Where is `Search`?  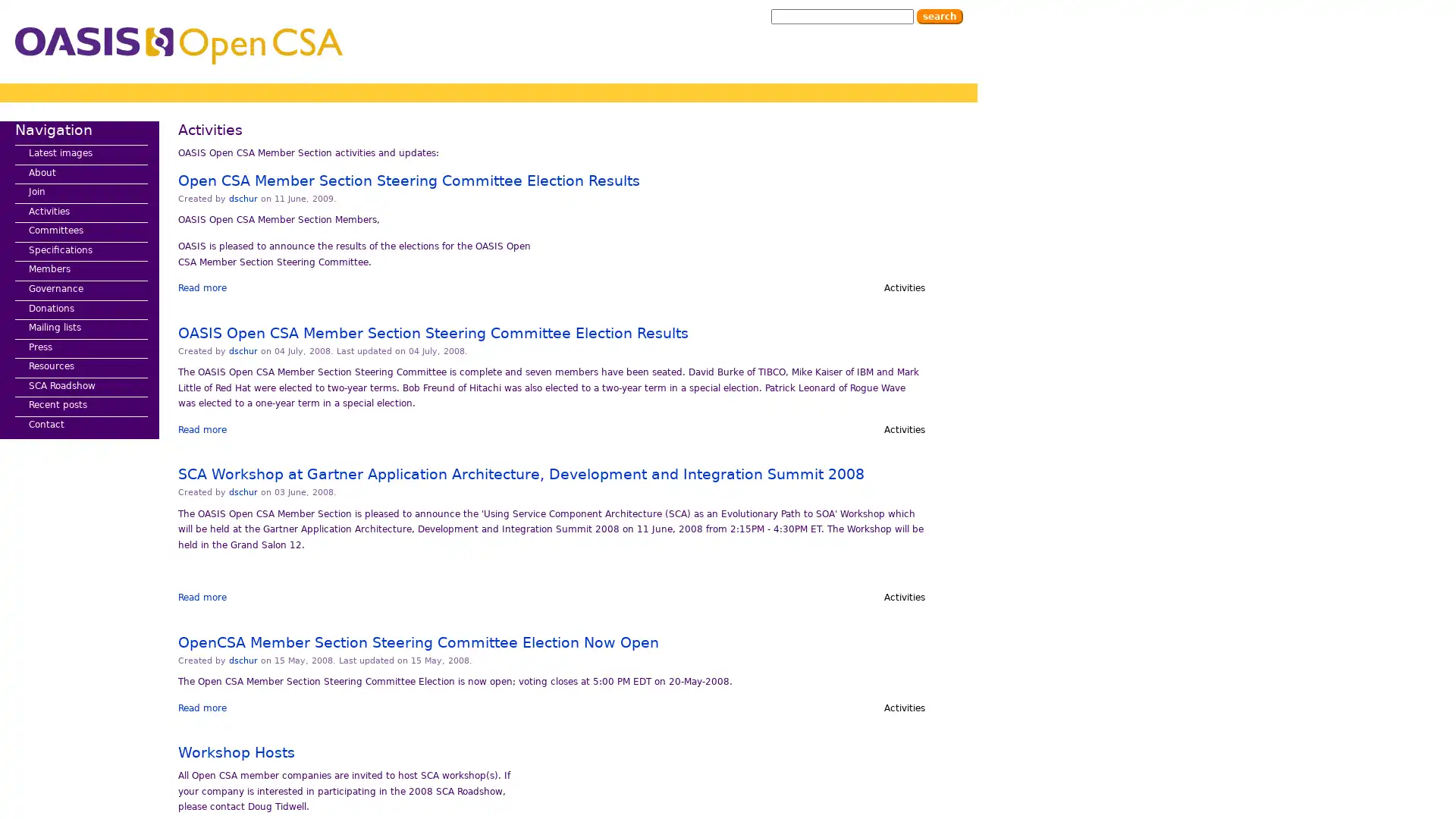
Search is located at coordinates (939, 17).